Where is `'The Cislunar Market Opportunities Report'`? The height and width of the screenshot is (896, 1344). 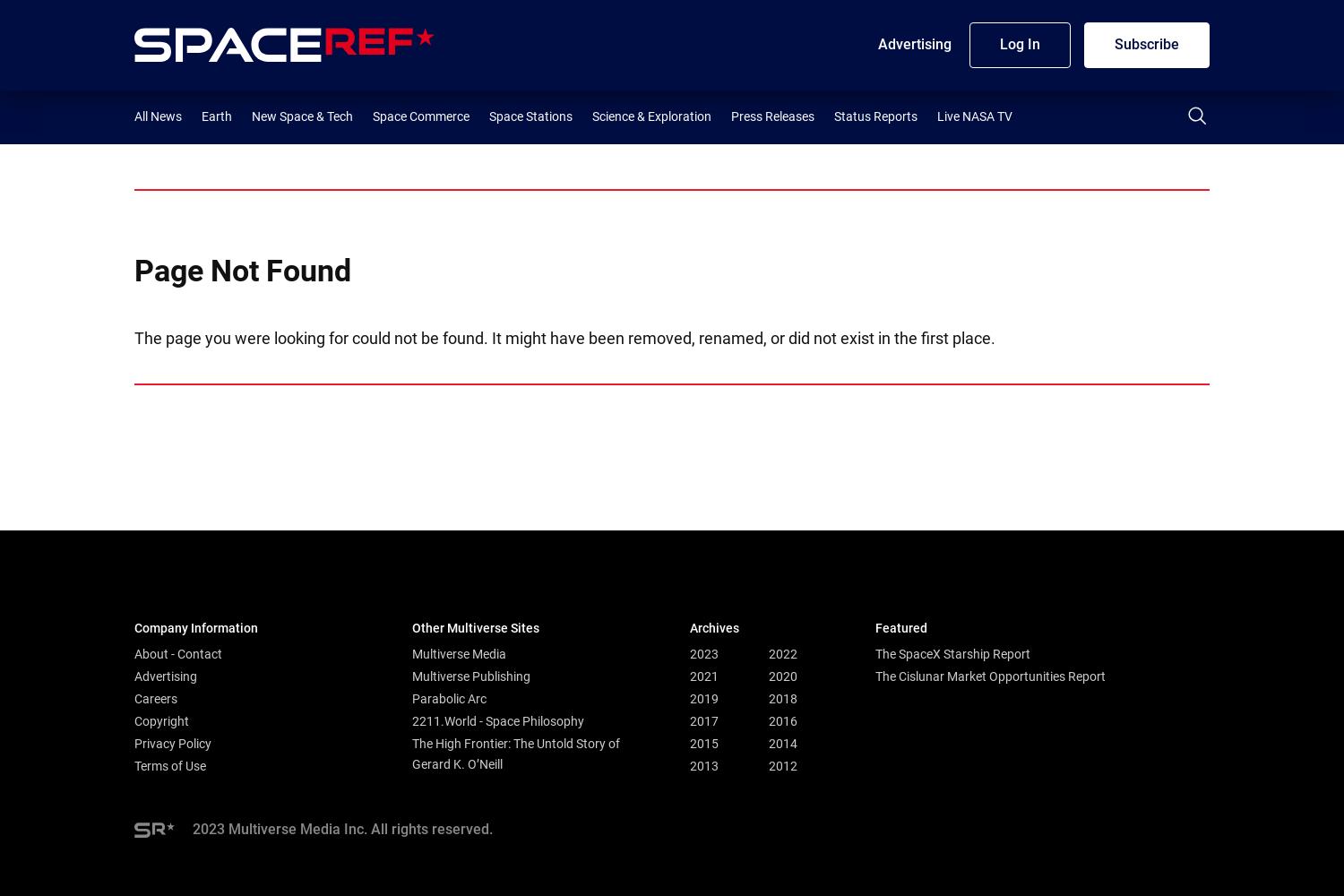
'The Cislunar Market Opportunities Report' is located at coordinates (988, 676).